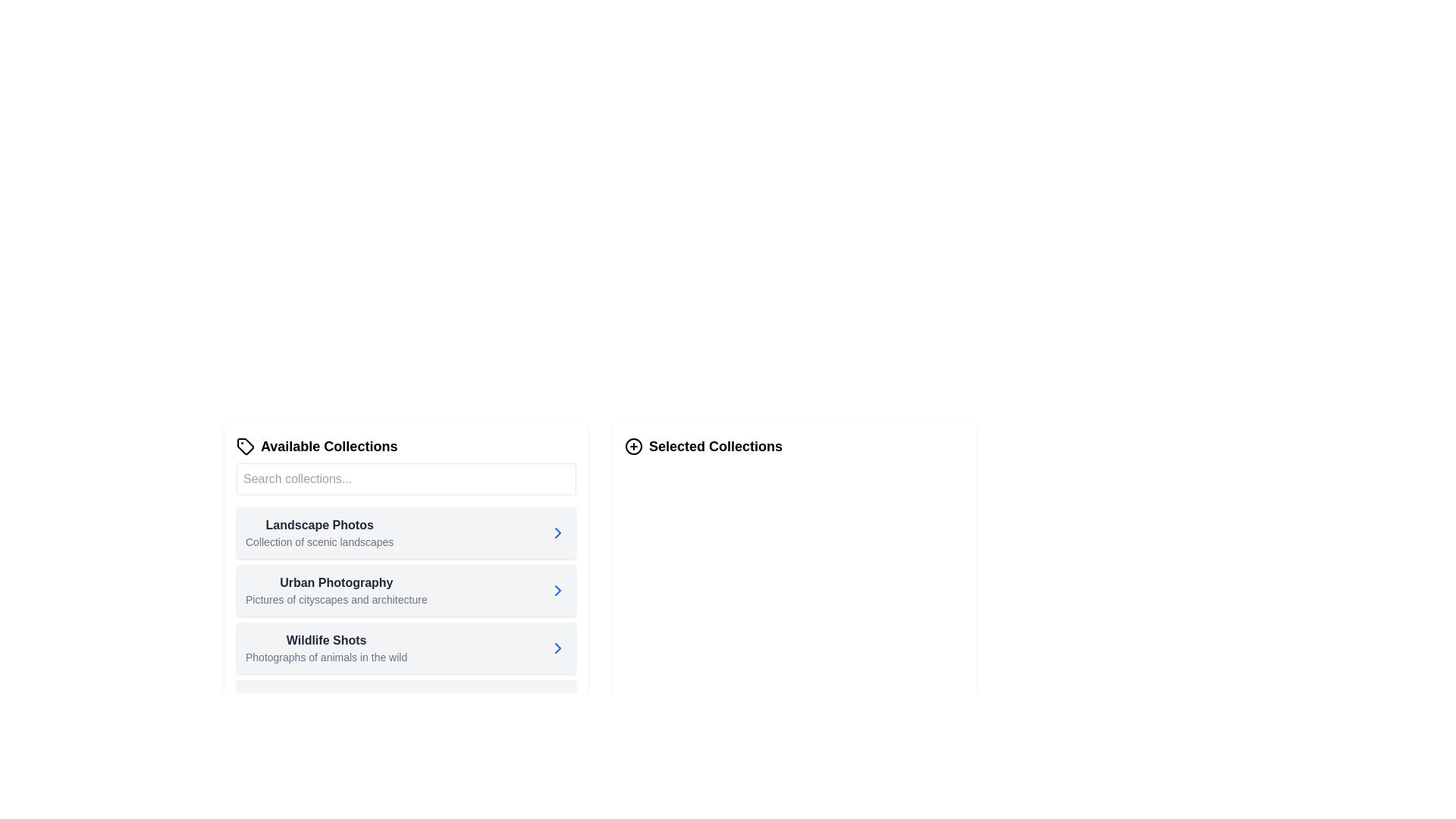 The height and width of the screenshot is (819, 1456). Describe the element at coordinates (325, 648) in the screenshot. I see `the 'Wildlife Shots' collection list item, which features bold text and is the third option in the 'Available Collections' section` at that location.